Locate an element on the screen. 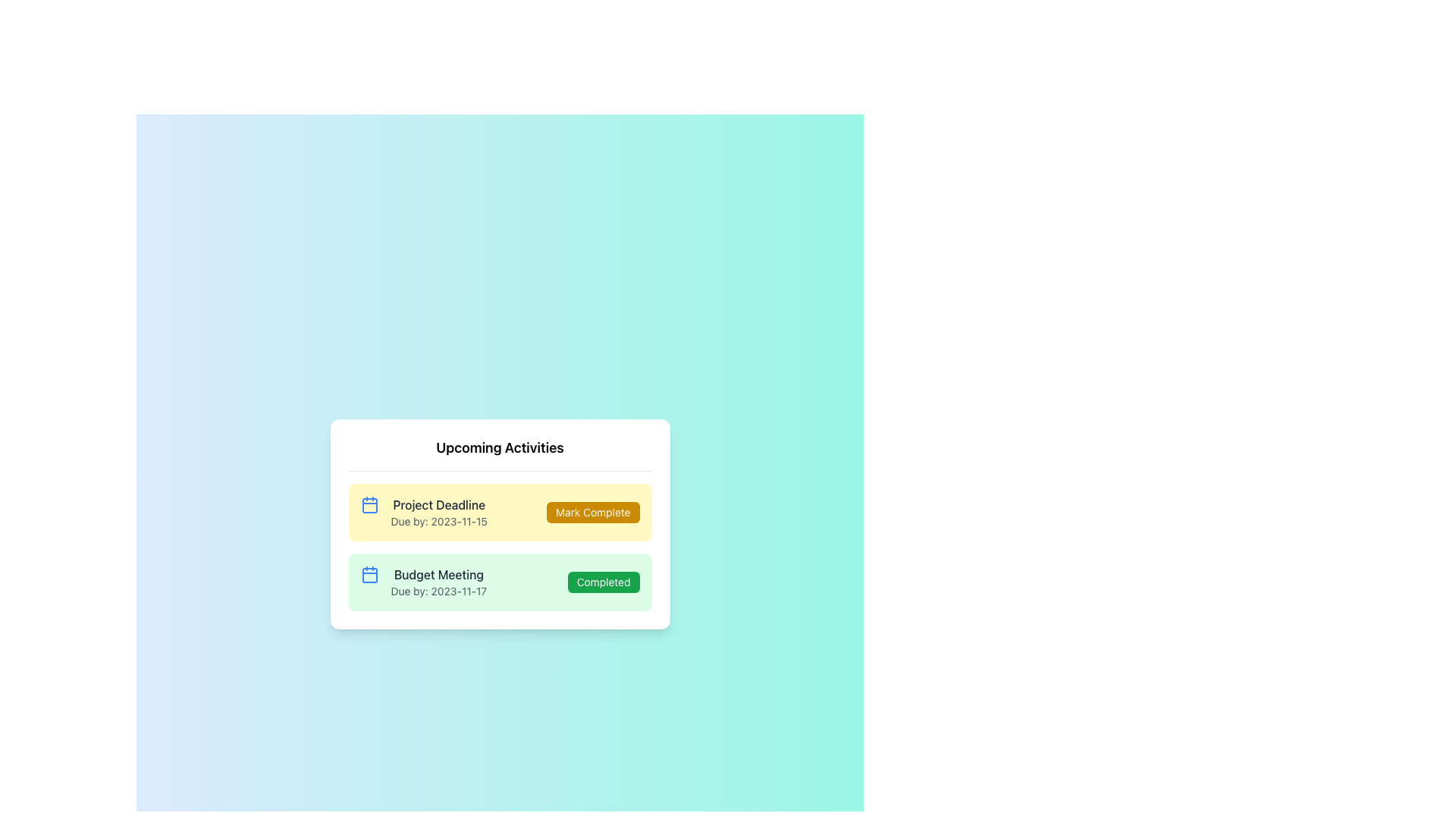 The image size is (1456, 819). the blue calendar icon located to the left of the 'Budget Meeting' row in the 'Upcoming Activities' section is located at coordinates (369, 574).